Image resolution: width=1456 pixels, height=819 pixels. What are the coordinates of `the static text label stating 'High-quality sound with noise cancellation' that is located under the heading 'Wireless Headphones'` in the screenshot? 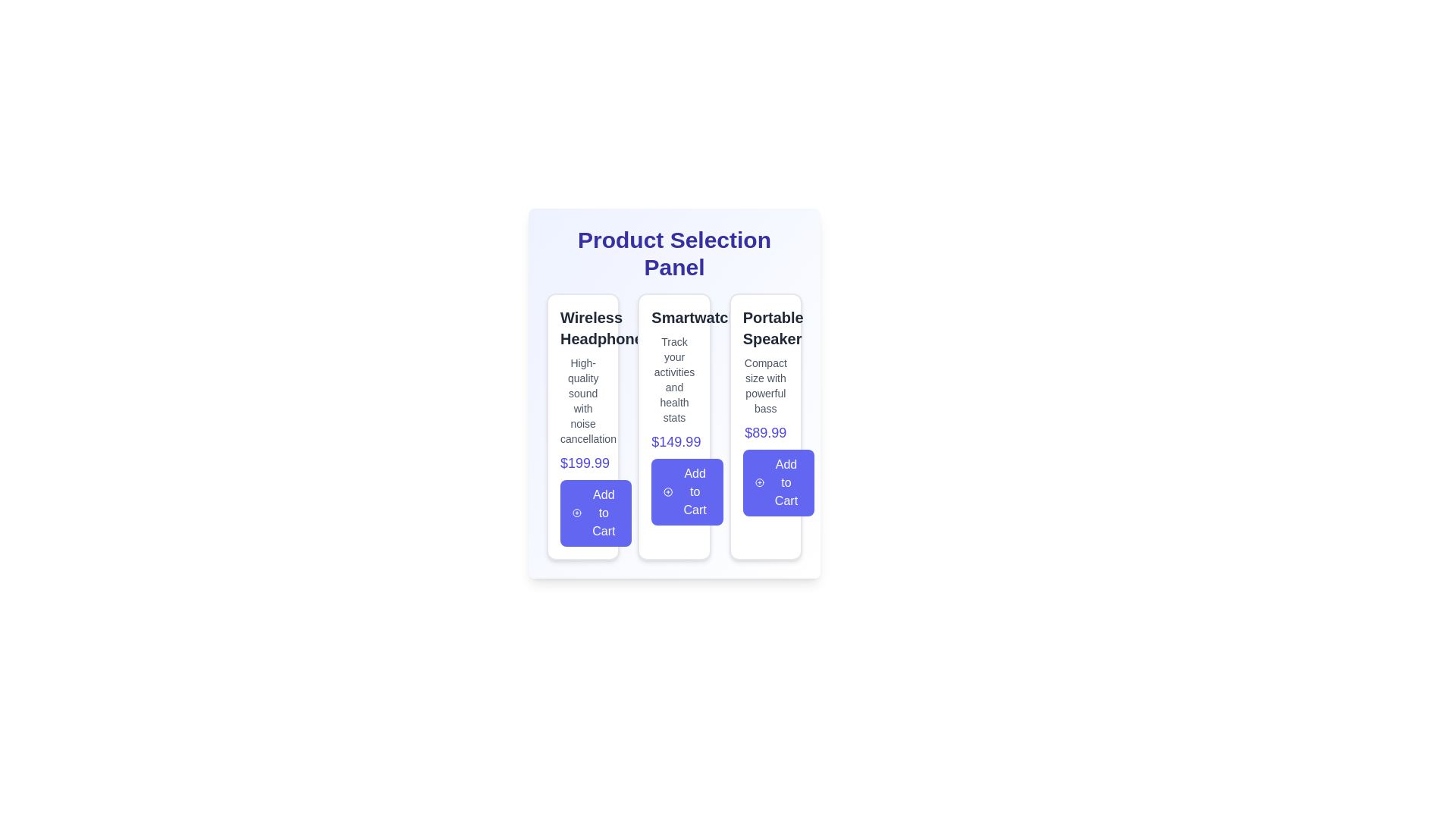 It's located at (582, 400).